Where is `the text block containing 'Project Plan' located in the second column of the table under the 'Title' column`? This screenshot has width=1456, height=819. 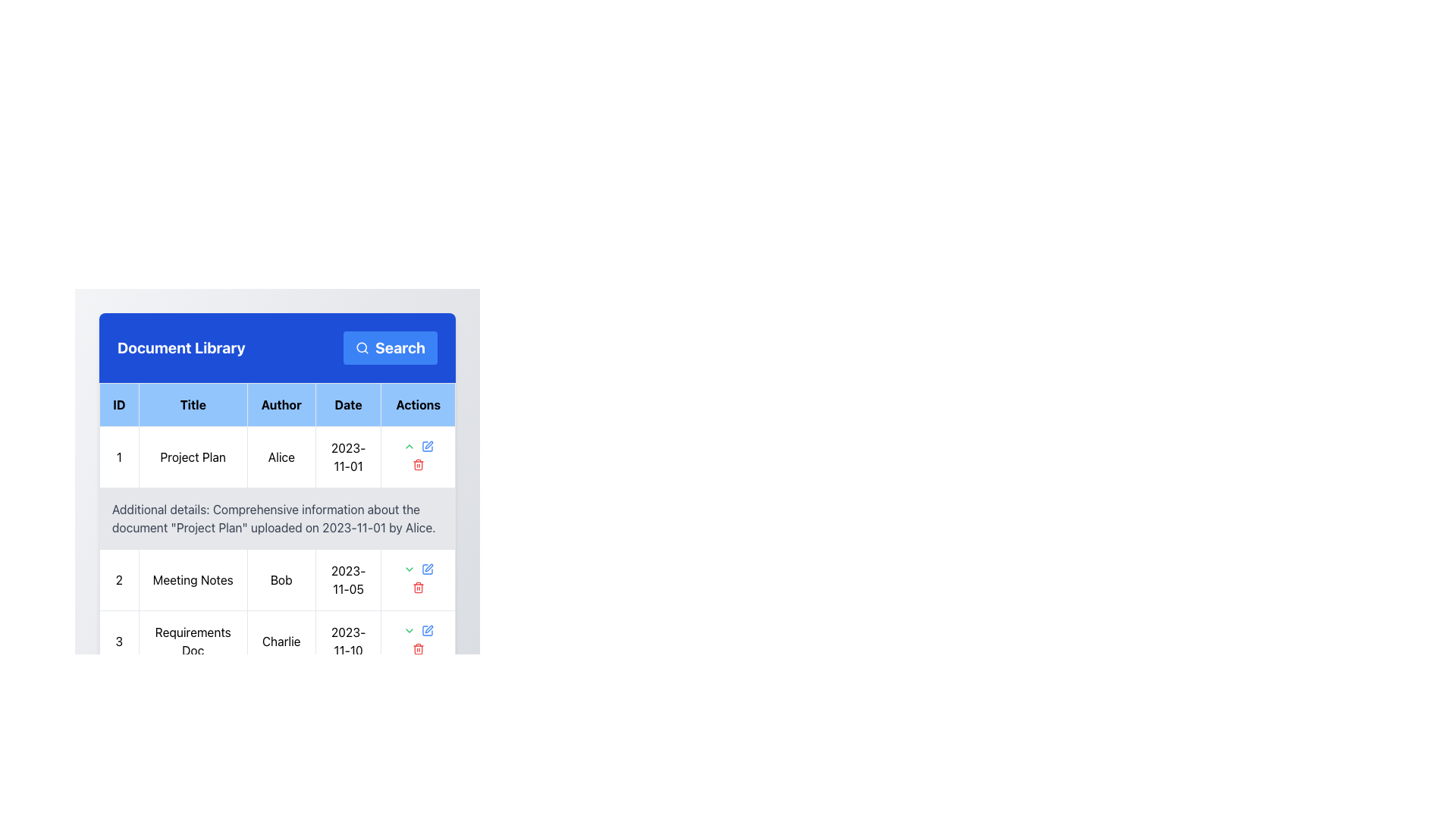
the text block containing 'Project Plan' located in the second column of the table under the 'Title' column is located at coordinates (192, 456).